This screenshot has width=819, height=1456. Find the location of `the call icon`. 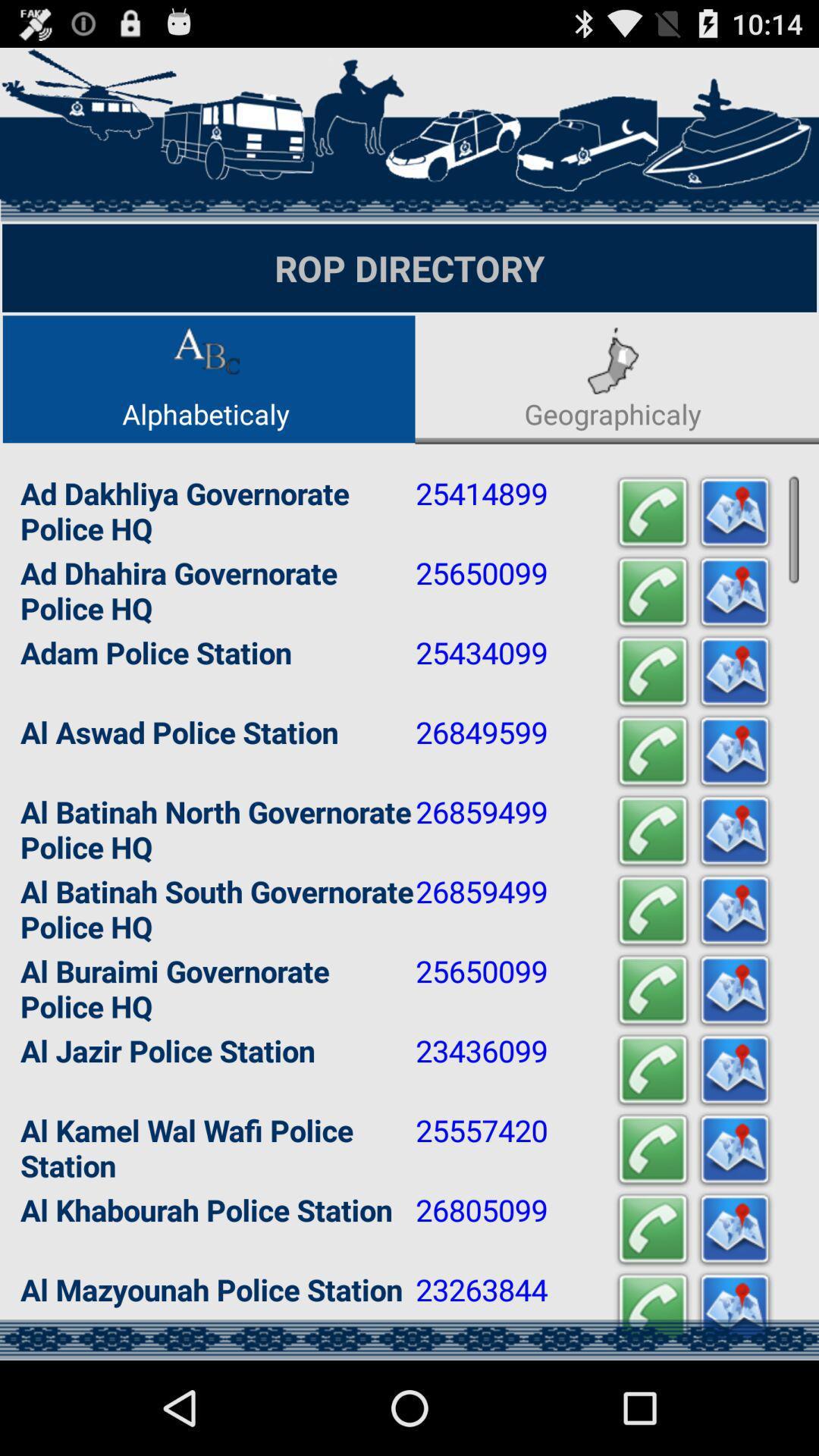

the call icon is located at coordinates (651, 634).